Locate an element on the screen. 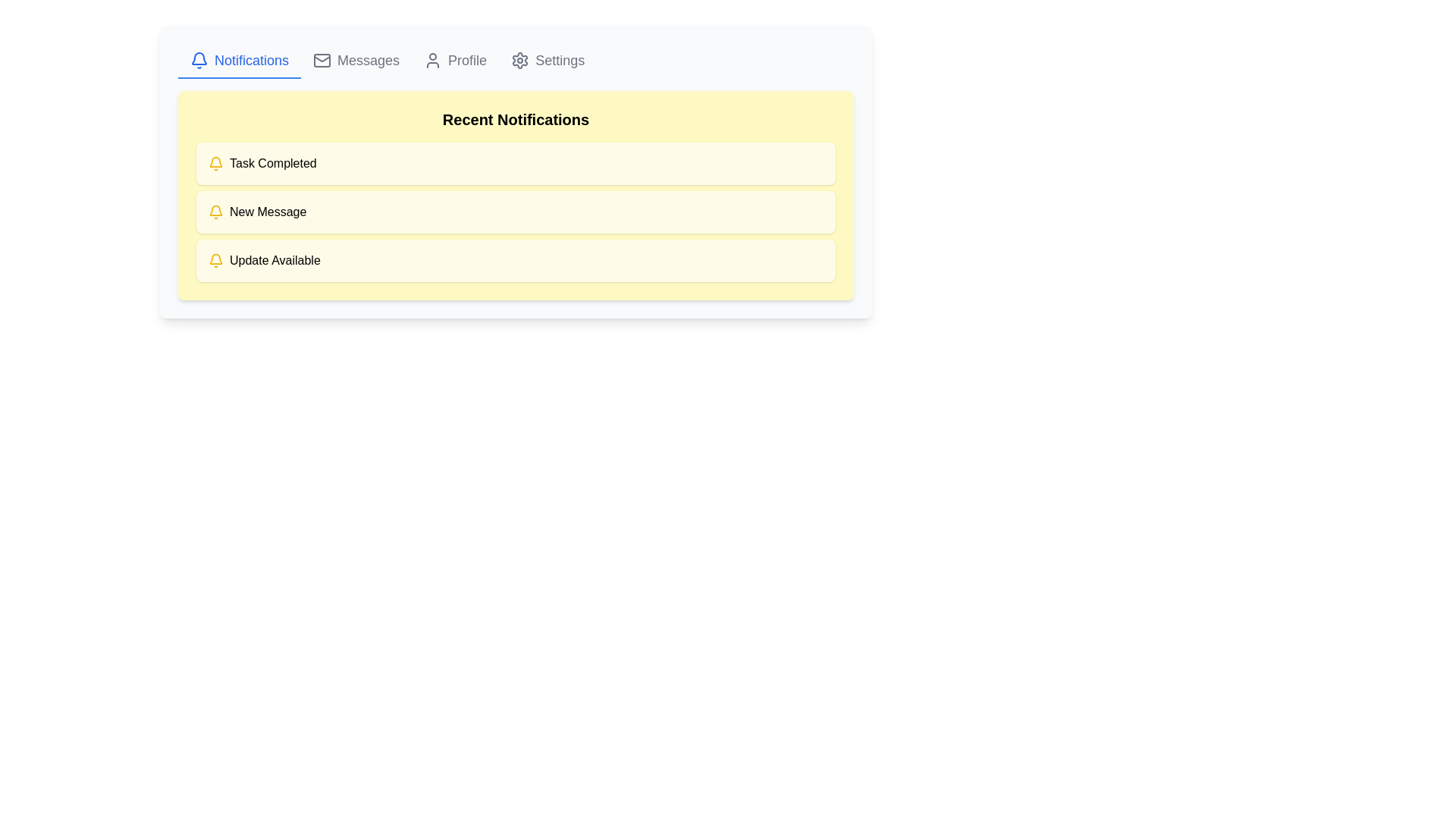 Image resolution: width=1456 pixels, height=819 pixels. the Profile button located in the navbar at the top of the interface is located at coordinates (454, 61).